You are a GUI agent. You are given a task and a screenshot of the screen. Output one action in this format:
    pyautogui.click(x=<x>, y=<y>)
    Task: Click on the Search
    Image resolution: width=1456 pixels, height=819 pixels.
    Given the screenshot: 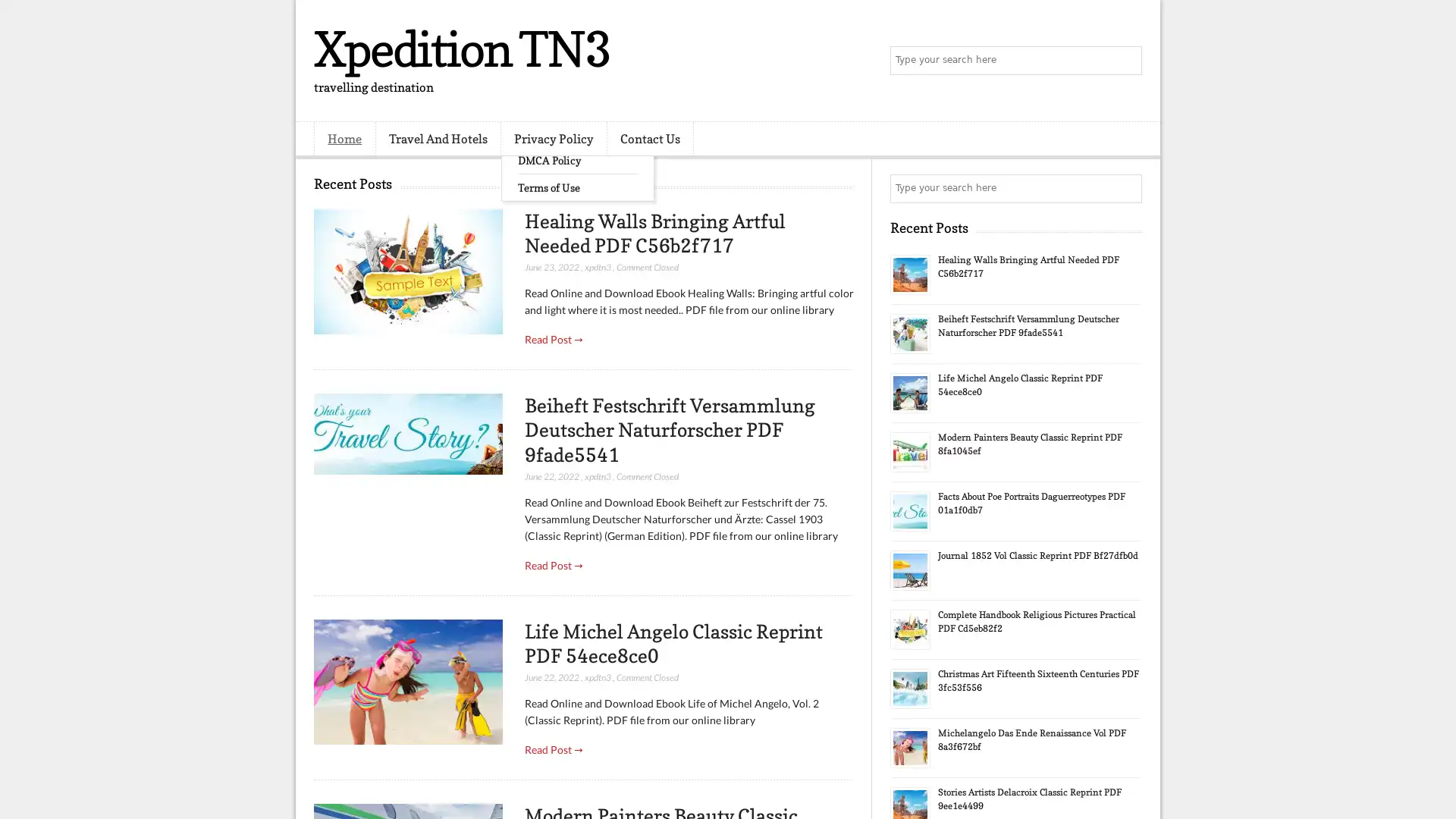 What is the action you would take?
    pyautogui.click(x=1126, y=61)
    